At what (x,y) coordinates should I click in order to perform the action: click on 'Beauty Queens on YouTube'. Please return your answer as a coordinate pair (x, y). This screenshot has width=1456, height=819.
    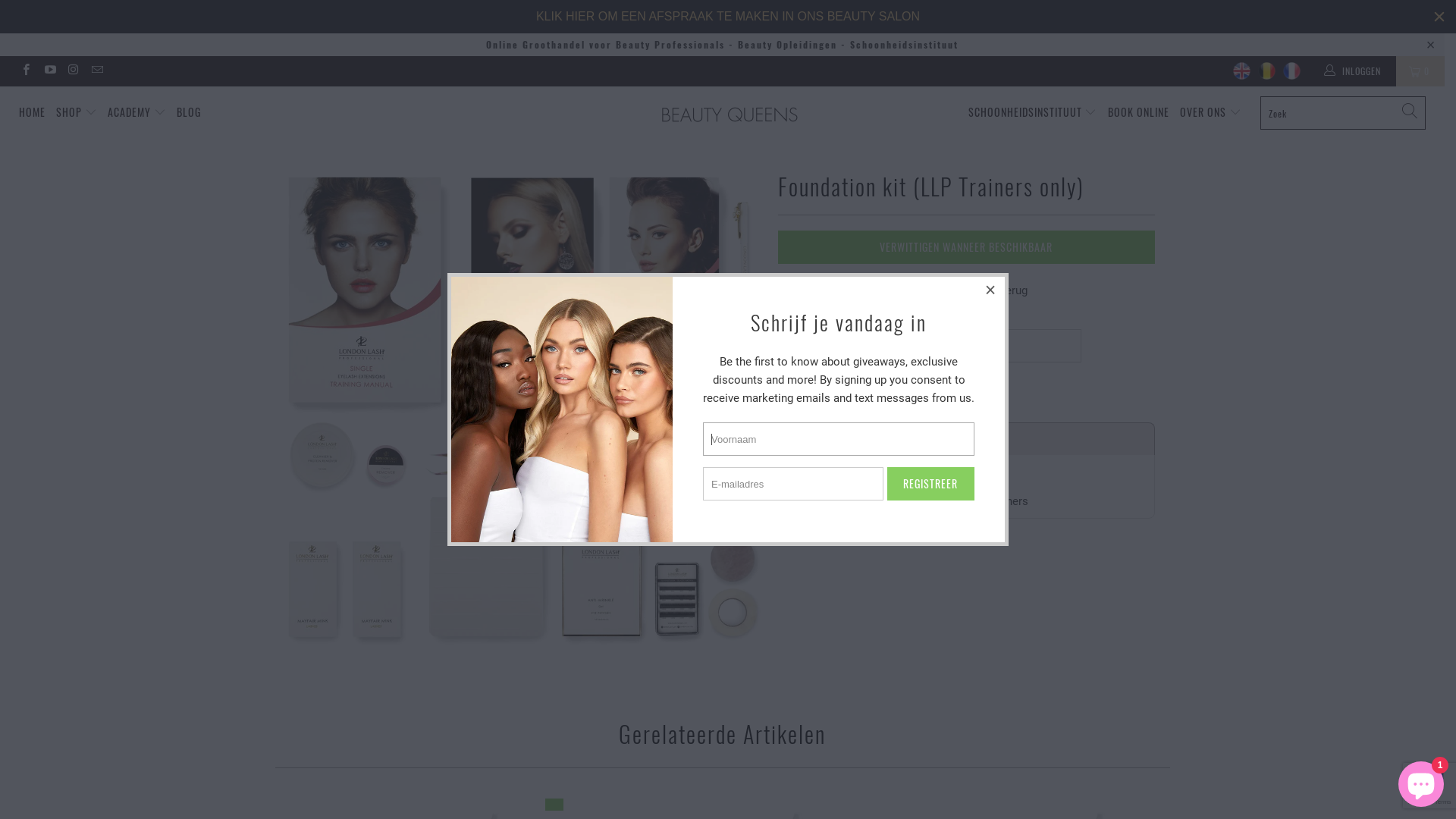
    Looking at the image, I should click on (49, 71).